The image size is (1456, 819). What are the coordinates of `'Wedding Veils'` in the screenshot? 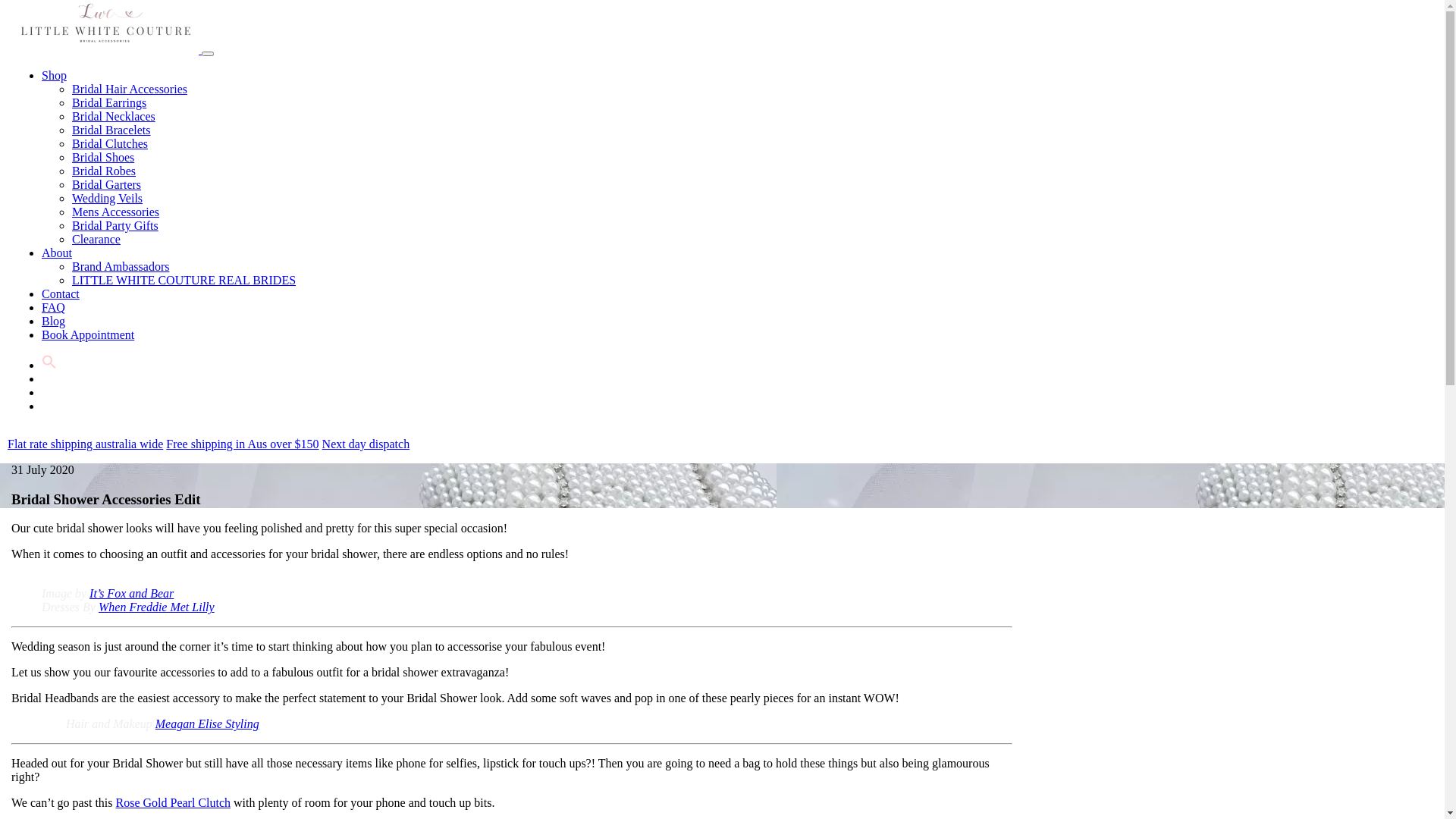 It's located at (106, 197).